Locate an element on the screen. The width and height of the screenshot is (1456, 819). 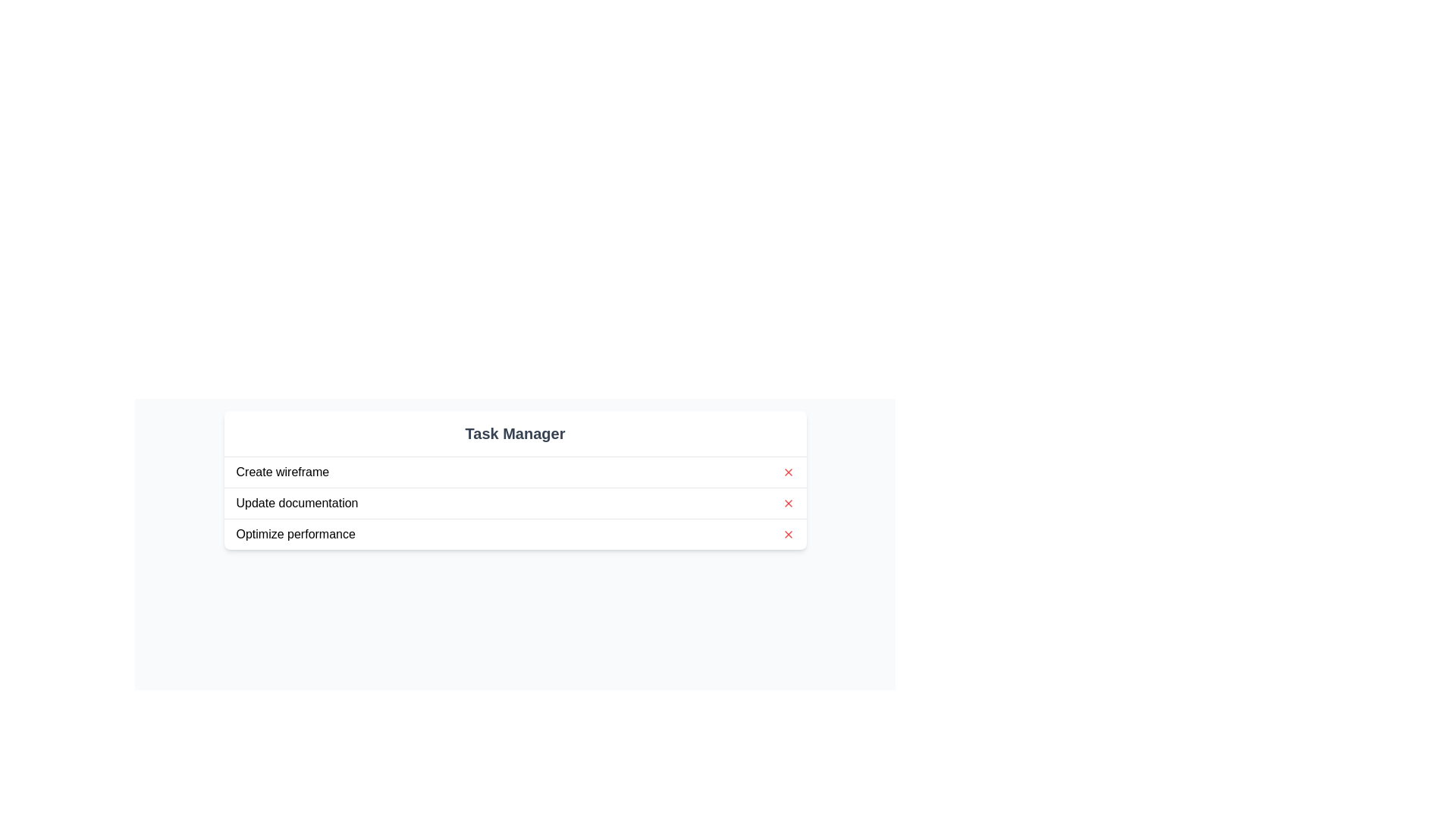
the second text label in the task management interface, which is located below the 'Create wireframe' task and above the 'Optimize performance' task is located at coordinates (297, 503).